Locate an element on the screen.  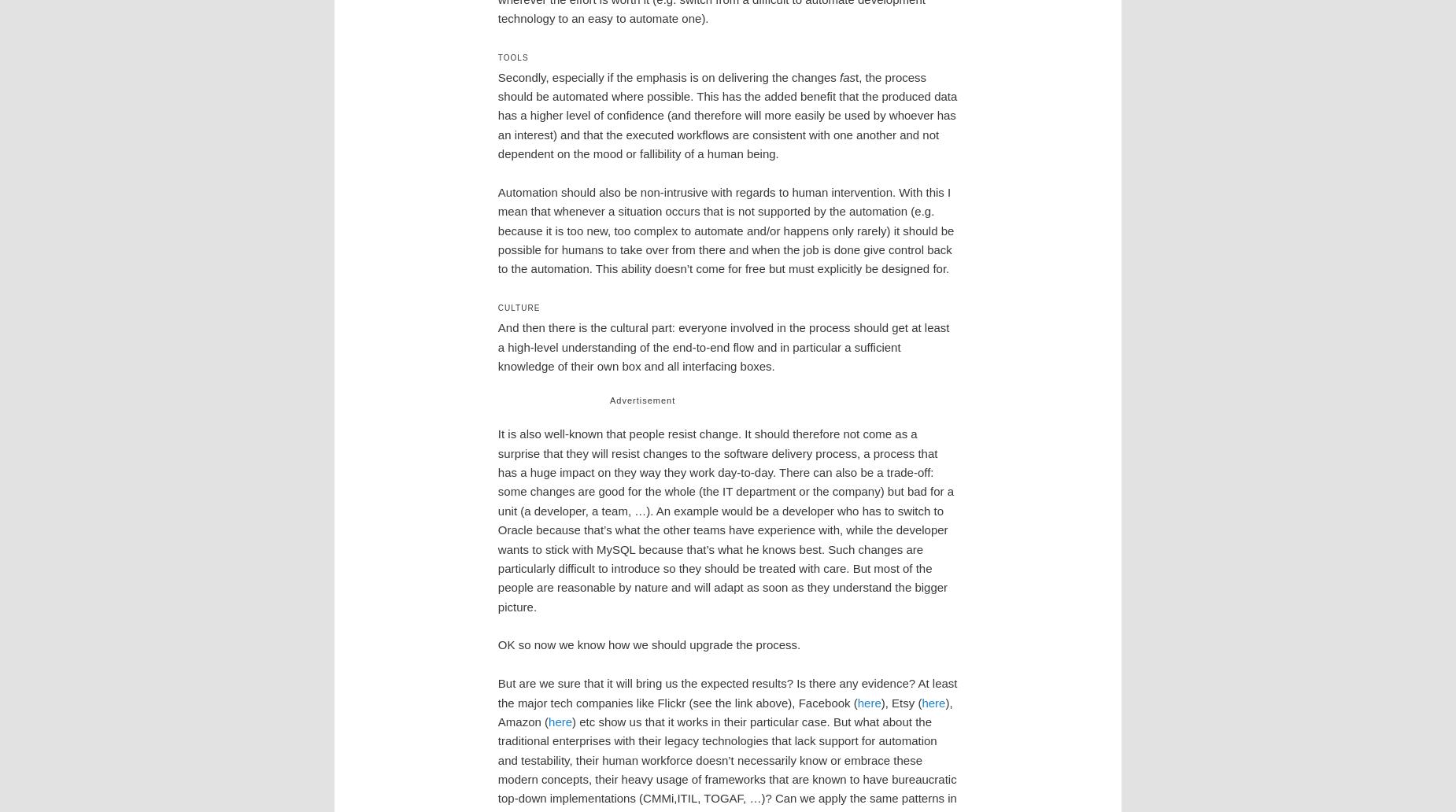
'Automation should also be non-intrusive with regards to human intervention. With this I mean that whenever a situation occurs that is not supported by the automation (e.g. because it is too new, too complex to automate and/or happens only rarely) it should be possible for humans to take over from there and when the job is done give control back to the automation. This ability doesn’t come for free but must explicitly be designed for.' is located at coordinates (726, 230).